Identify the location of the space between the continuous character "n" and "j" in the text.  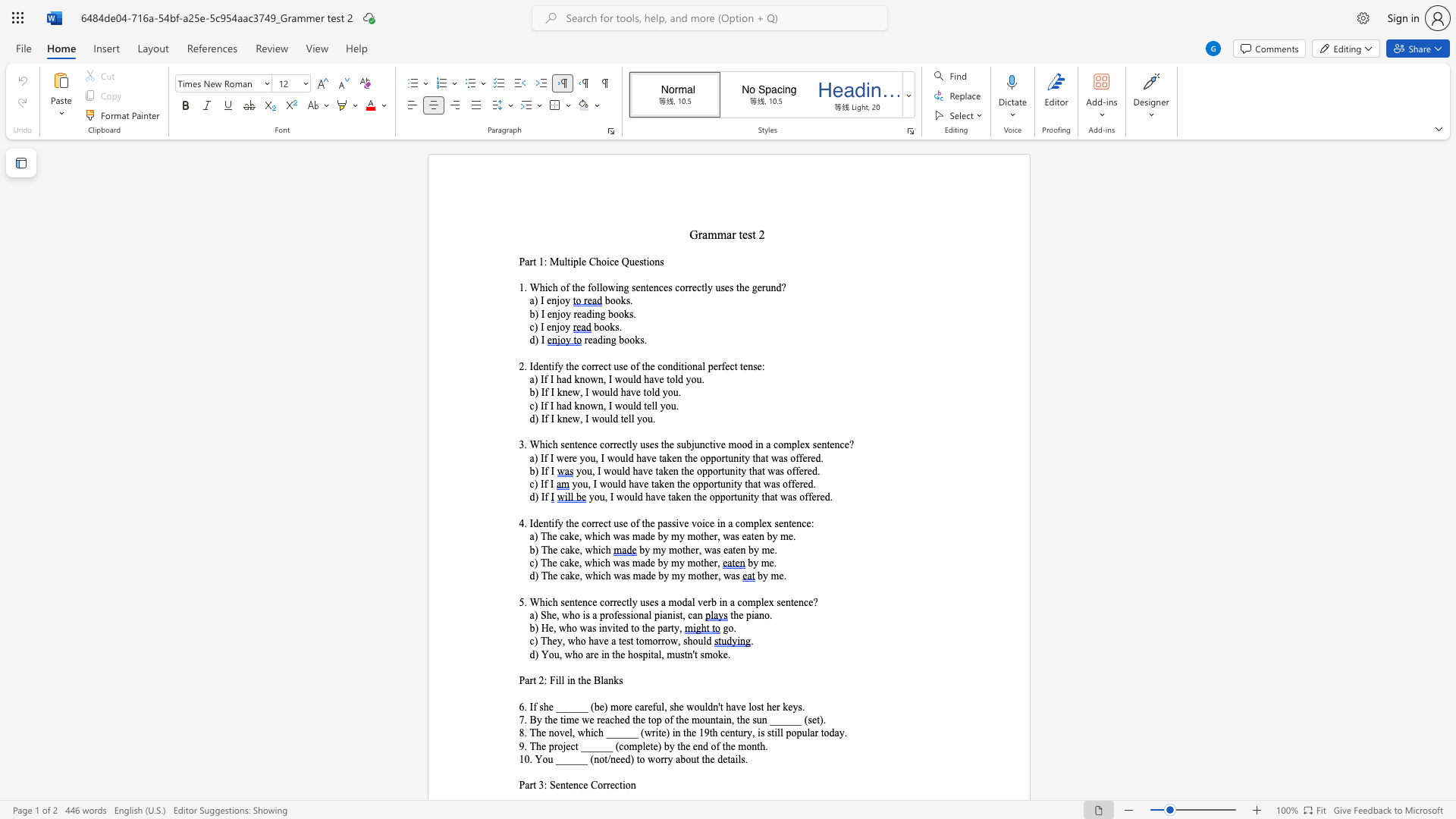
(555, 326).